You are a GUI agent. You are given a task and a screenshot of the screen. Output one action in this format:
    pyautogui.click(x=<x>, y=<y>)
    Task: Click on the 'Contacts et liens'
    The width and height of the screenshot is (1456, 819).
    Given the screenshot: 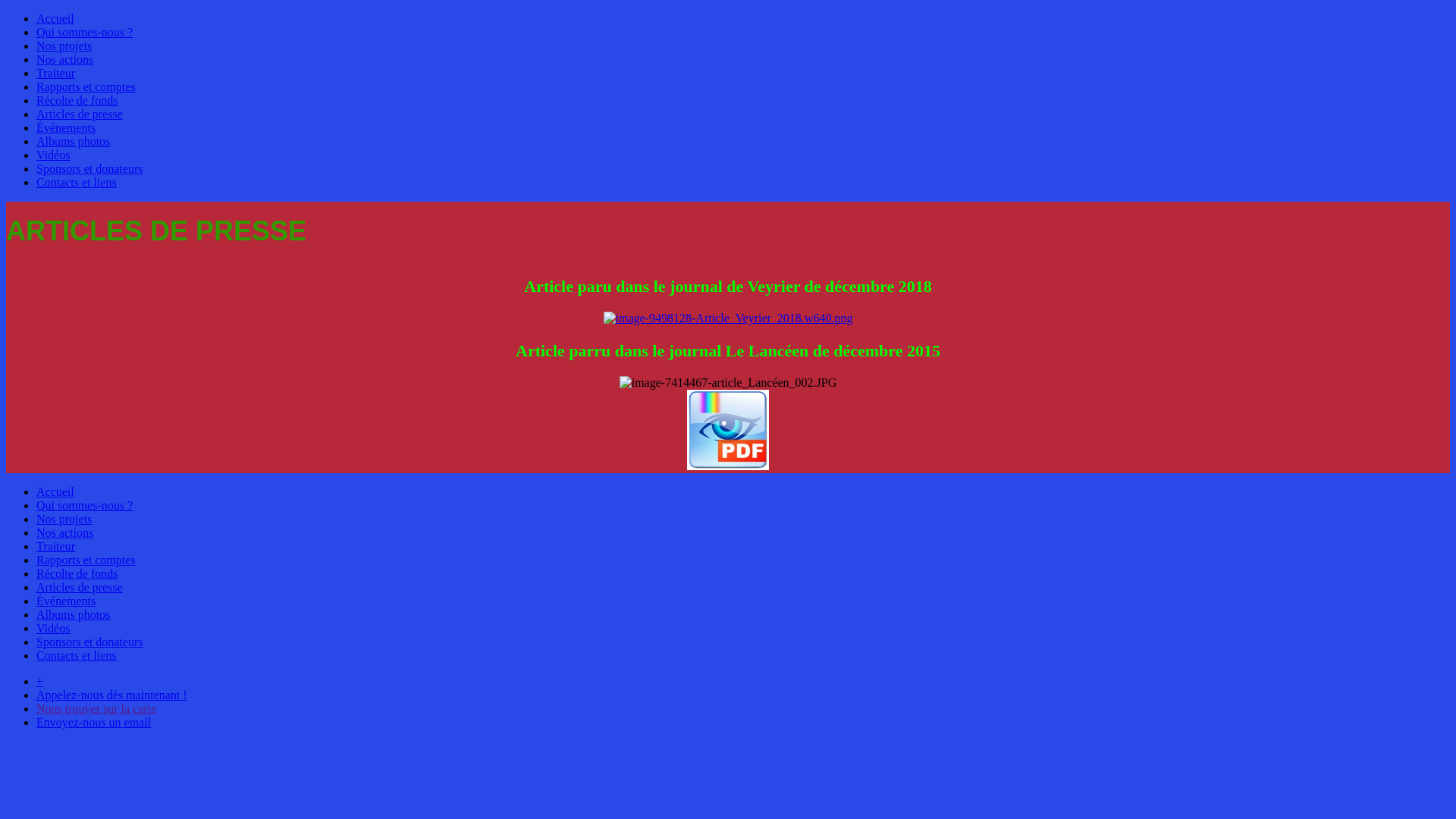 What is the action you would take?
    pyautogui.click(x=75, y=181)
    